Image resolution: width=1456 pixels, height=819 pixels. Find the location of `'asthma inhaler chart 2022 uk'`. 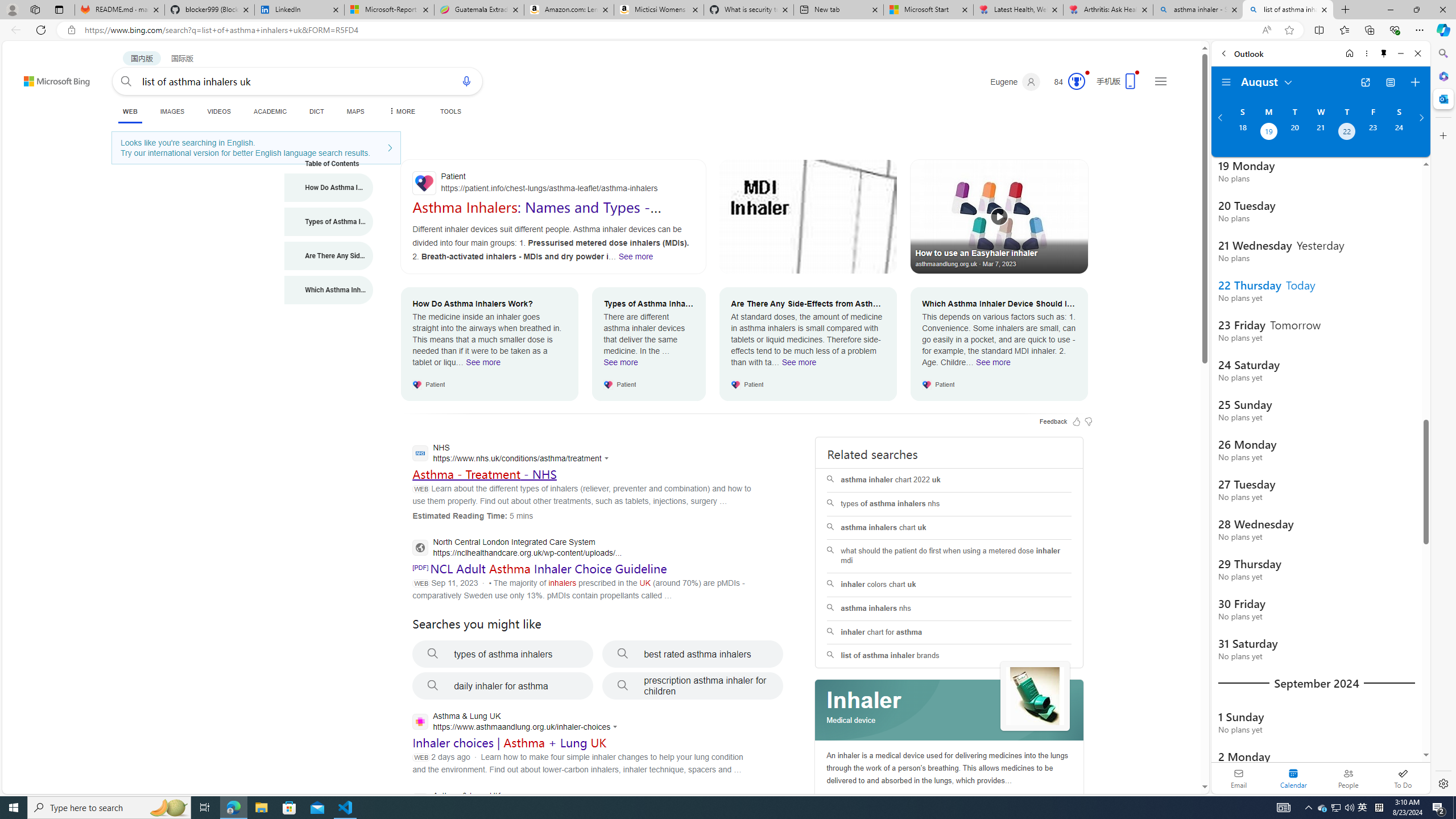

'asthma inhaler chart 2022 uk' is located at coordinates (949, 479).